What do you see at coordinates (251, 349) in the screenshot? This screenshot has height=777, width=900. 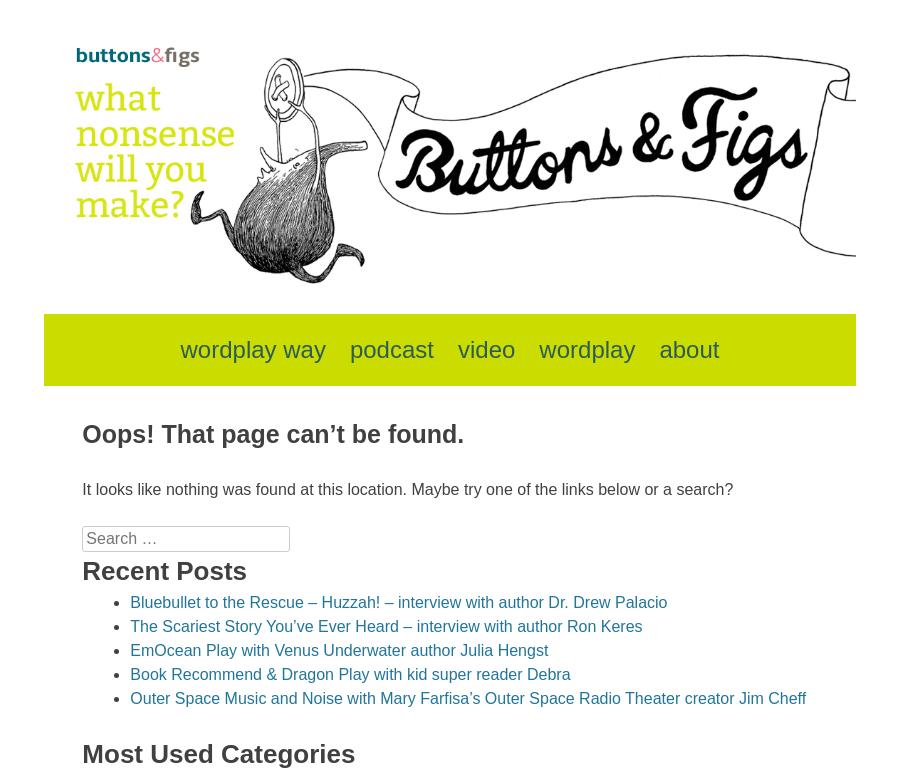 I see `'wordplay way'` at bounding box center [251, 349].